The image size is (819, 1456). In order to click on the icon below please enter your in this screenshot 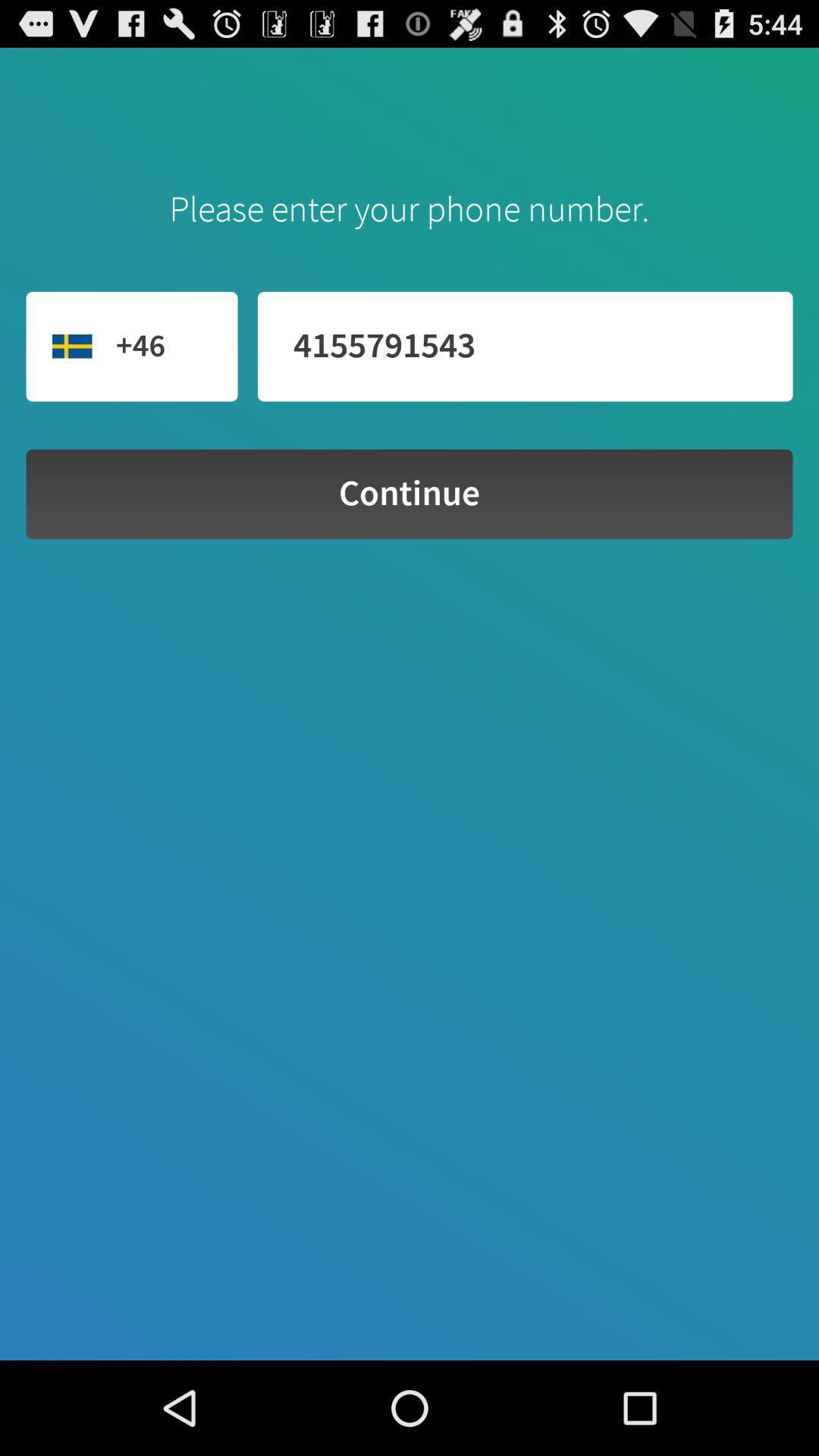, I will do `click(524, 346)`.